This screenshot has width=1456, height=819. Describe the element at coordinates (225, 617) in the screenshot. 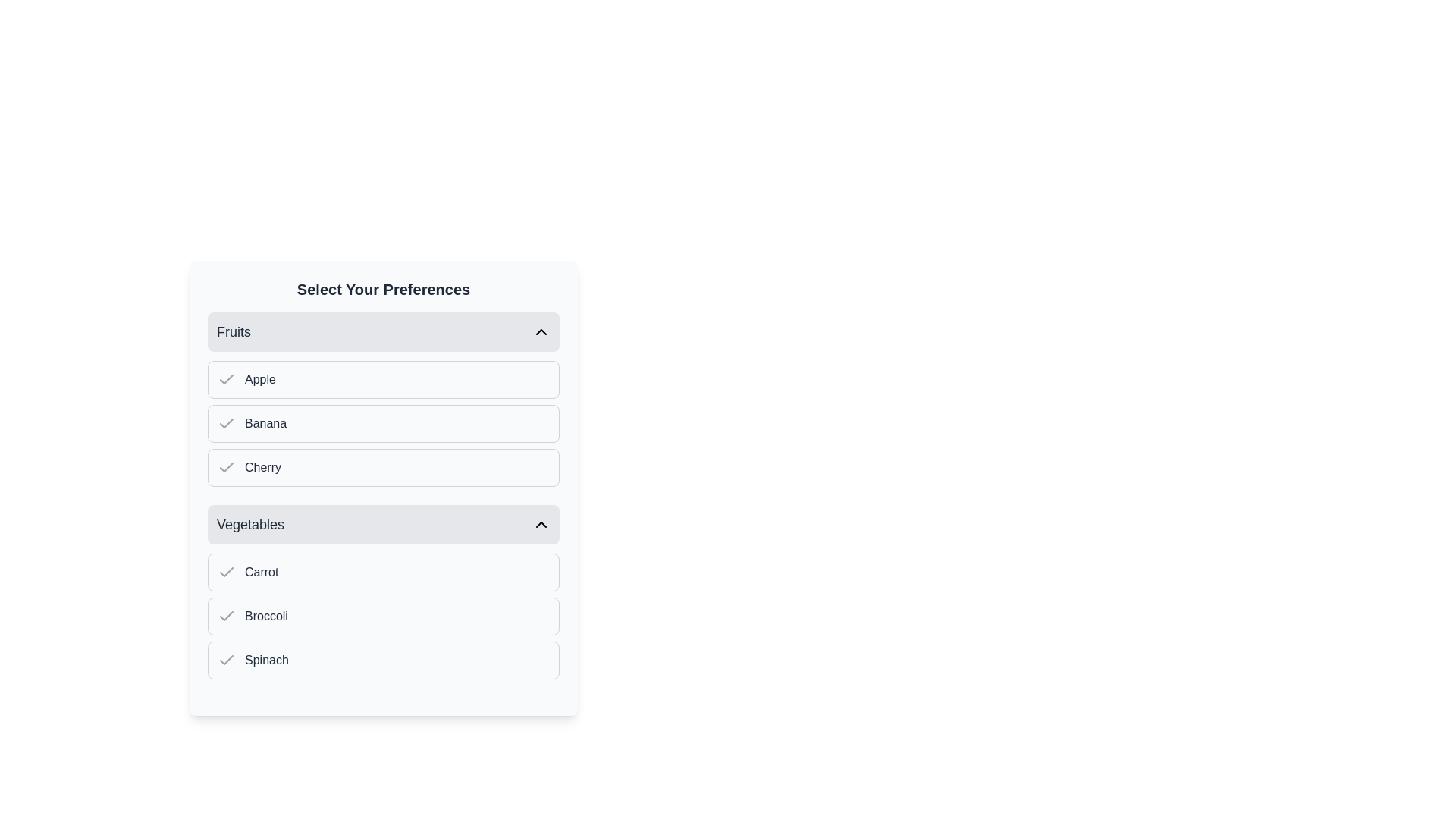

I see `the gray checkmark icon located to the left of the 'Broccoli' list item in the 'Vegetables' category` at that location.